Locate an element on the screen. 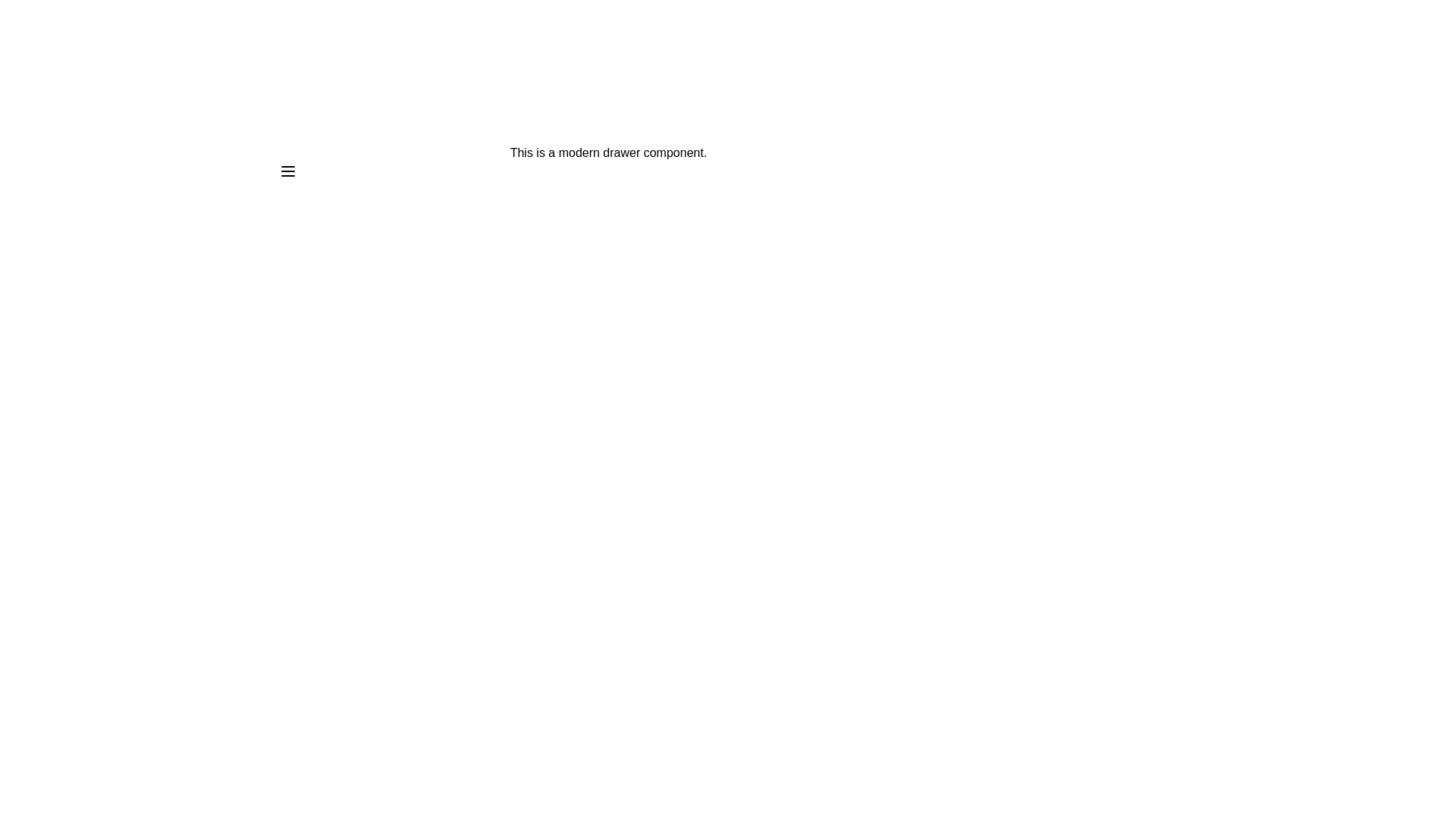  the descriptive text to open the context menu is located at coordinates (608, 162).